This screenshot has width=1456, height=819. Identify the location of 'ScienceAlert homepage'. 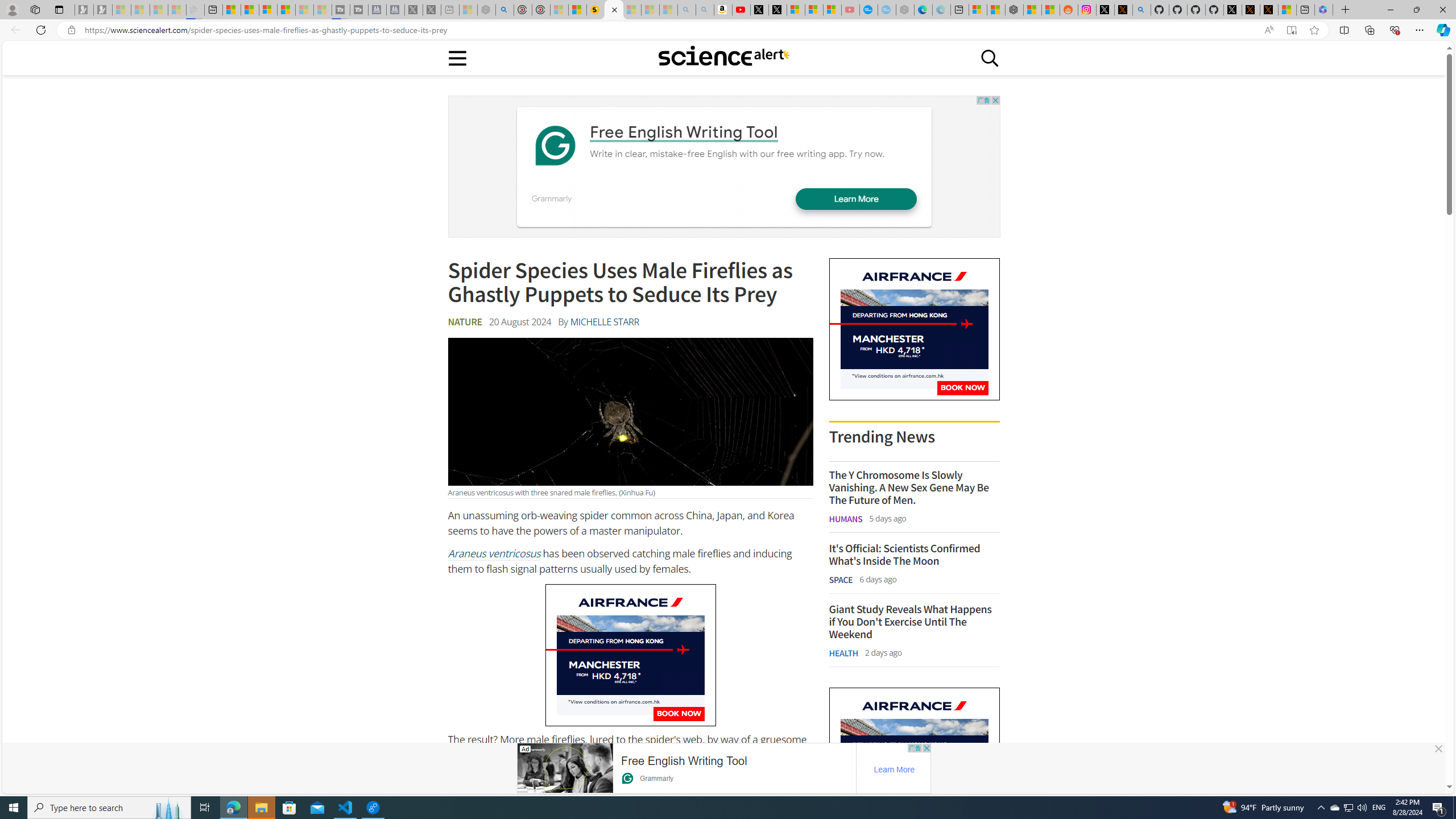
(723, 57).